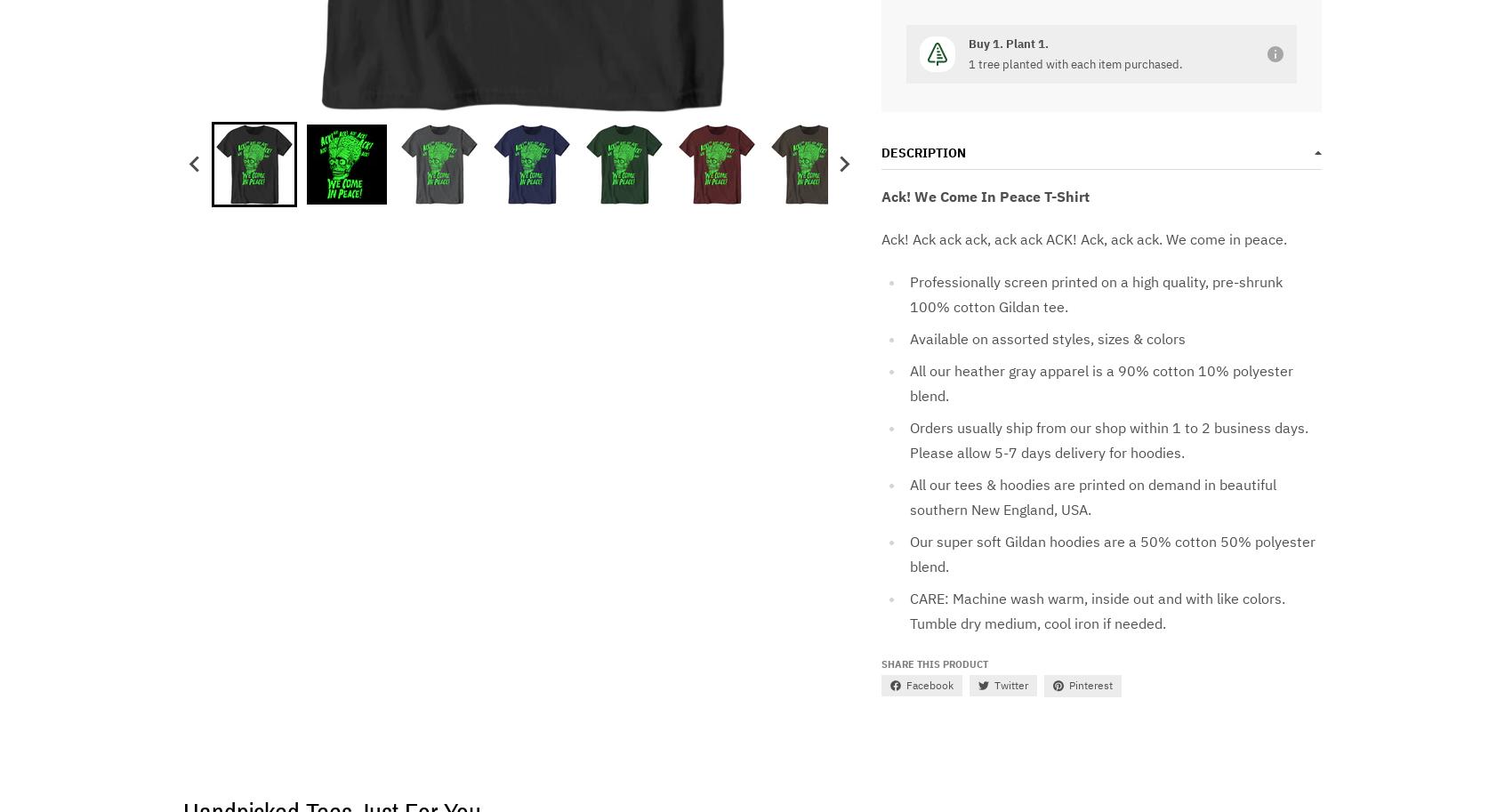  I want to click on 'Pinterest', so click(1090, 685).